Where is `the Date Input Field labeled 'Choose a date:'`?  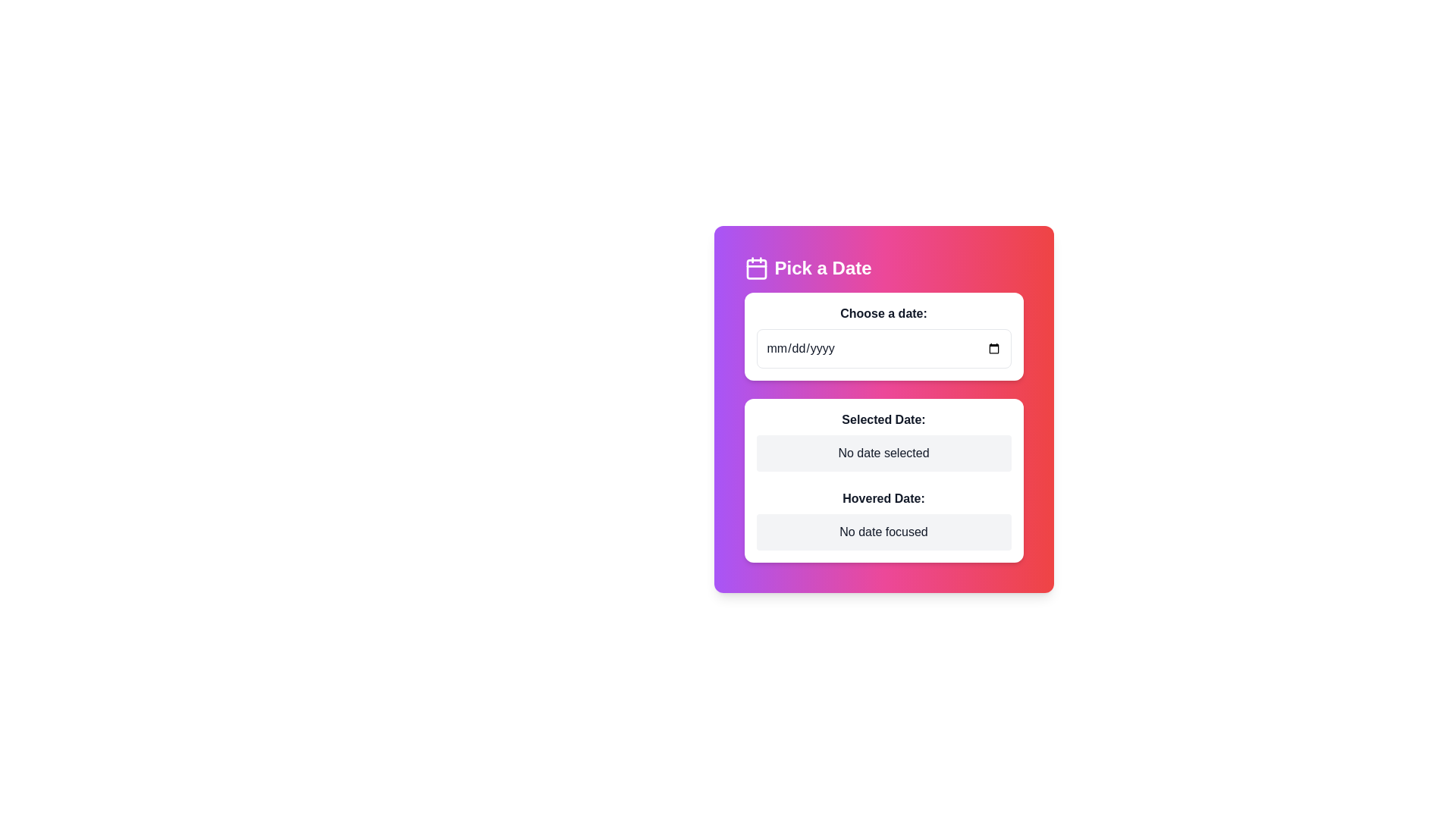 the Date Input Field labeled 'Choose a date:' is located at coordinates (883, 335).